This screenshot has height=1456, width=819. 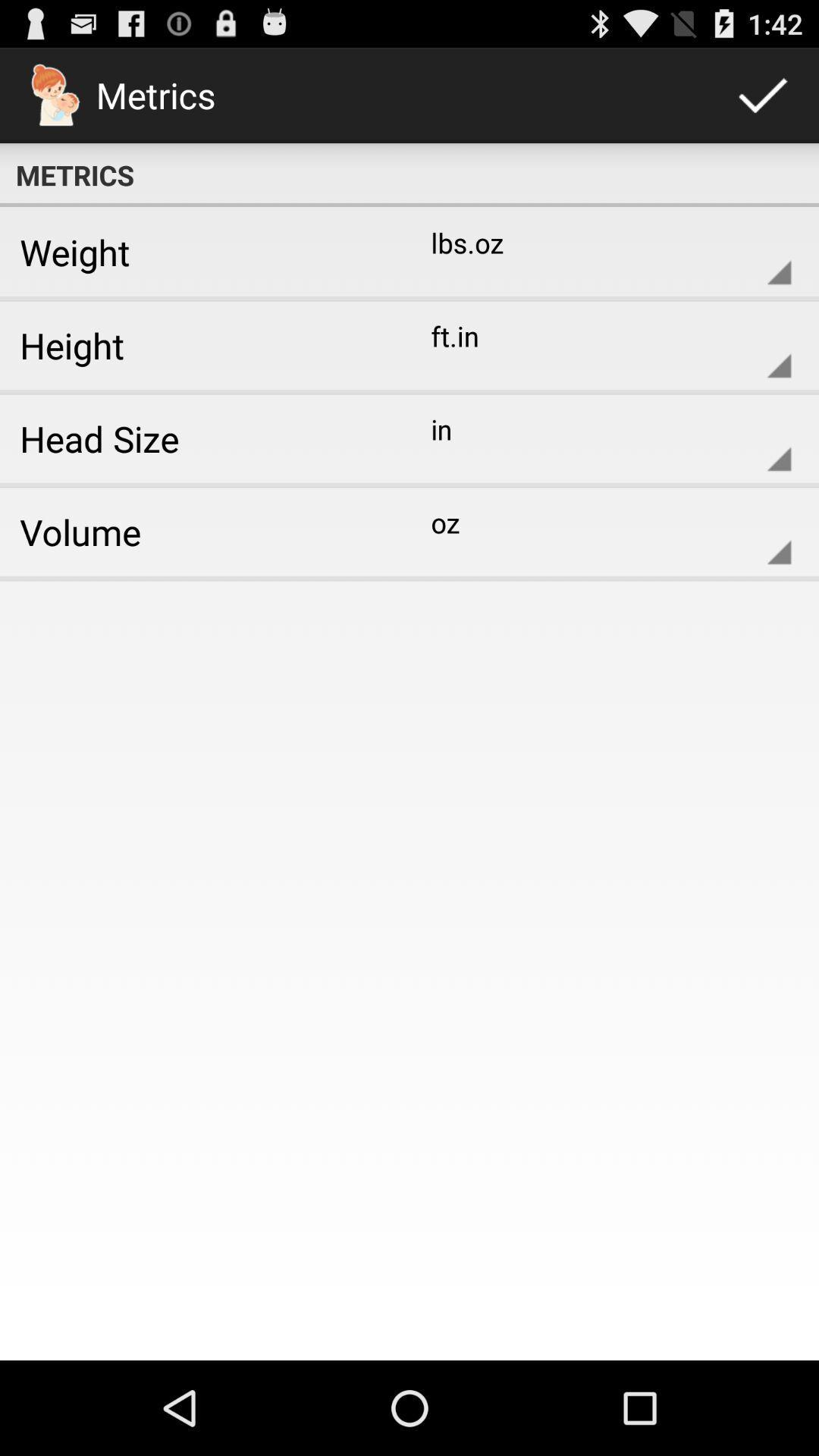 I want to click on icon to the right of the weight item, so click(x=598, y=252).